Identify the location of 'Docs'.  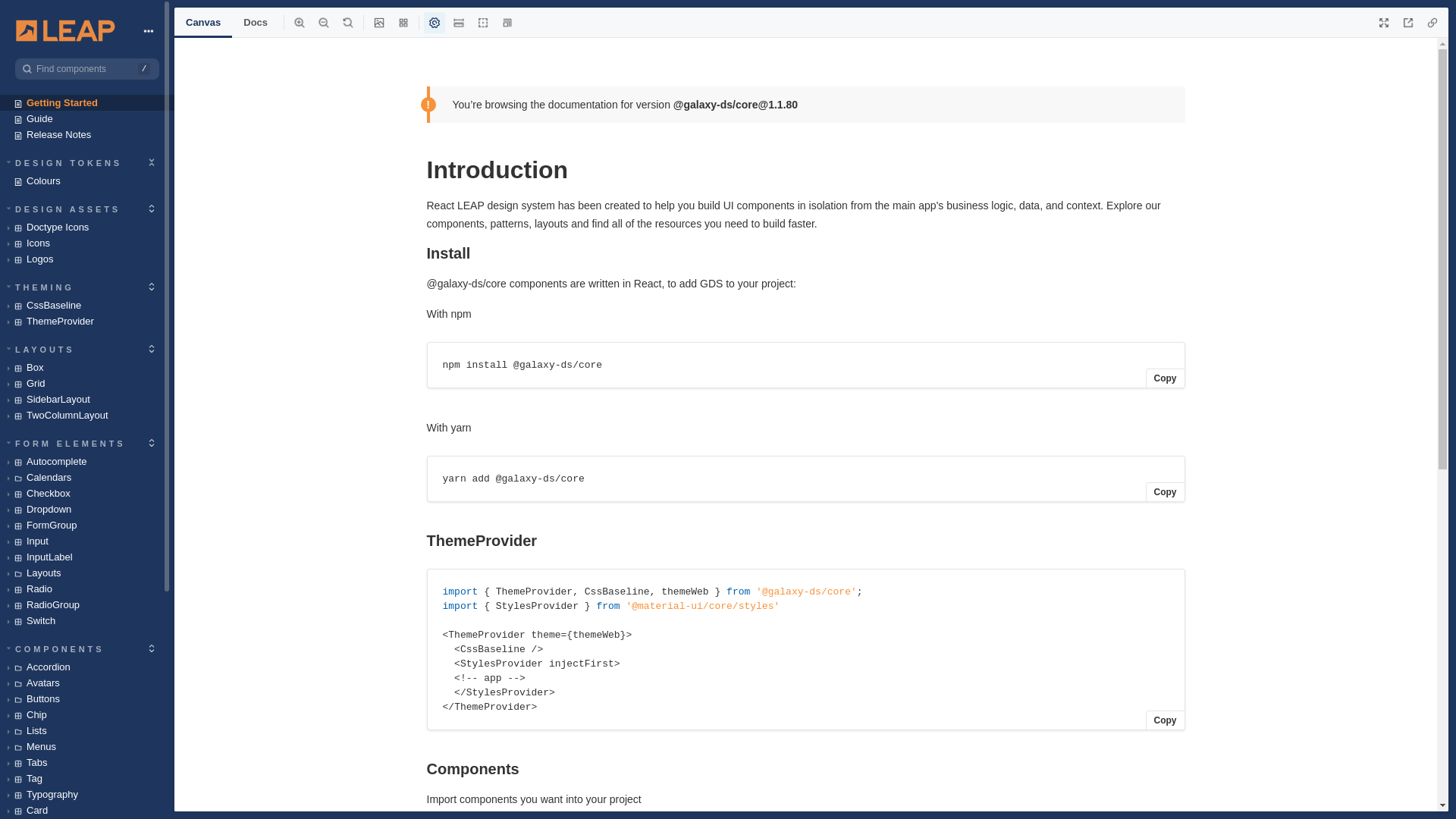
(255, 23).